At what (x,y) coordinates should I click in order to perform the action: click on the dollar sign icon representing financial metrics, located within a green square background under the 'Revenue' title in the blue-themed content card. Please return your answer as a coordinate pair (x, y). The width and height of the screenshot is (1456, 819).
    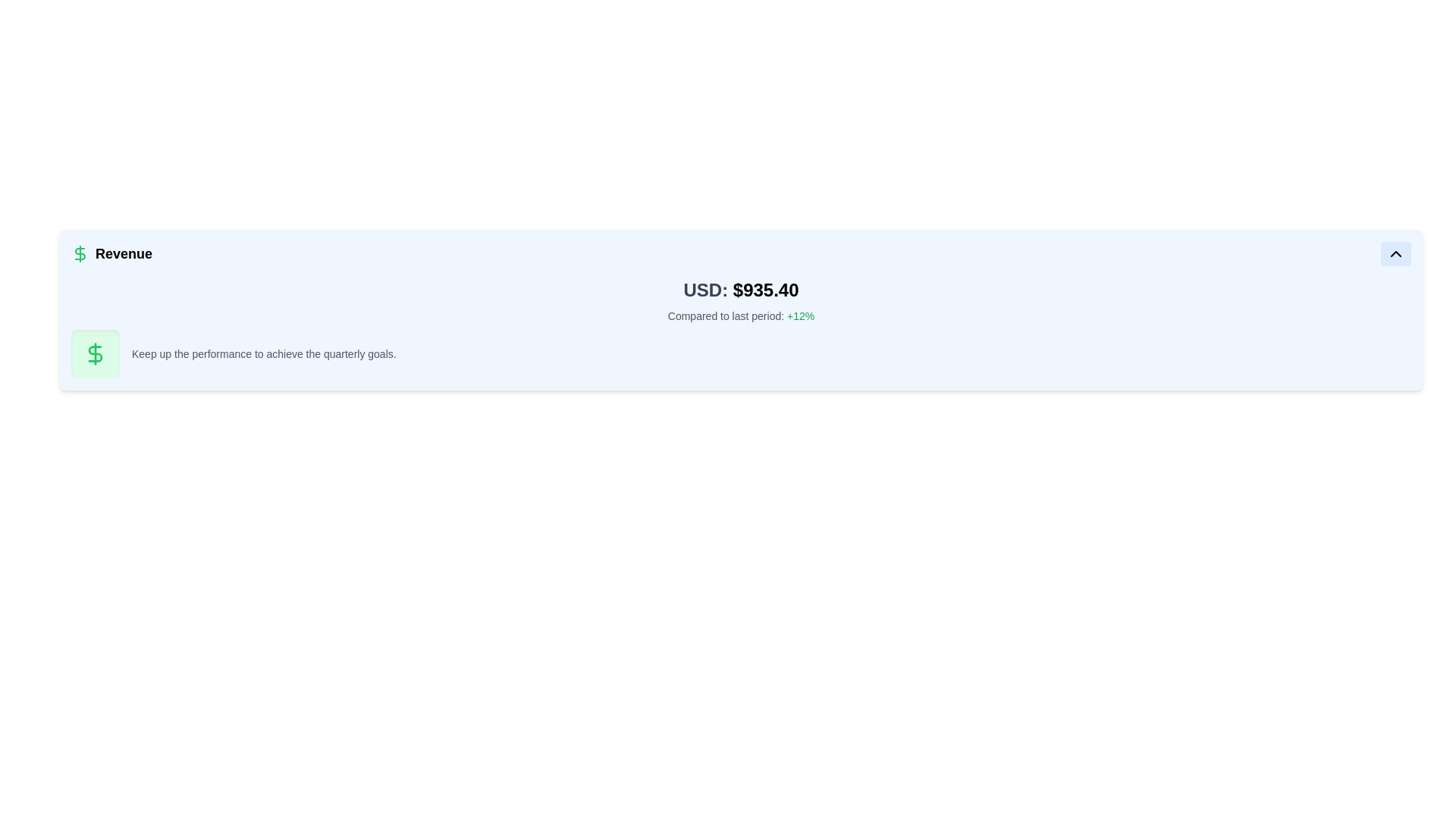
    Looking at the image, I should click on (94, 353).